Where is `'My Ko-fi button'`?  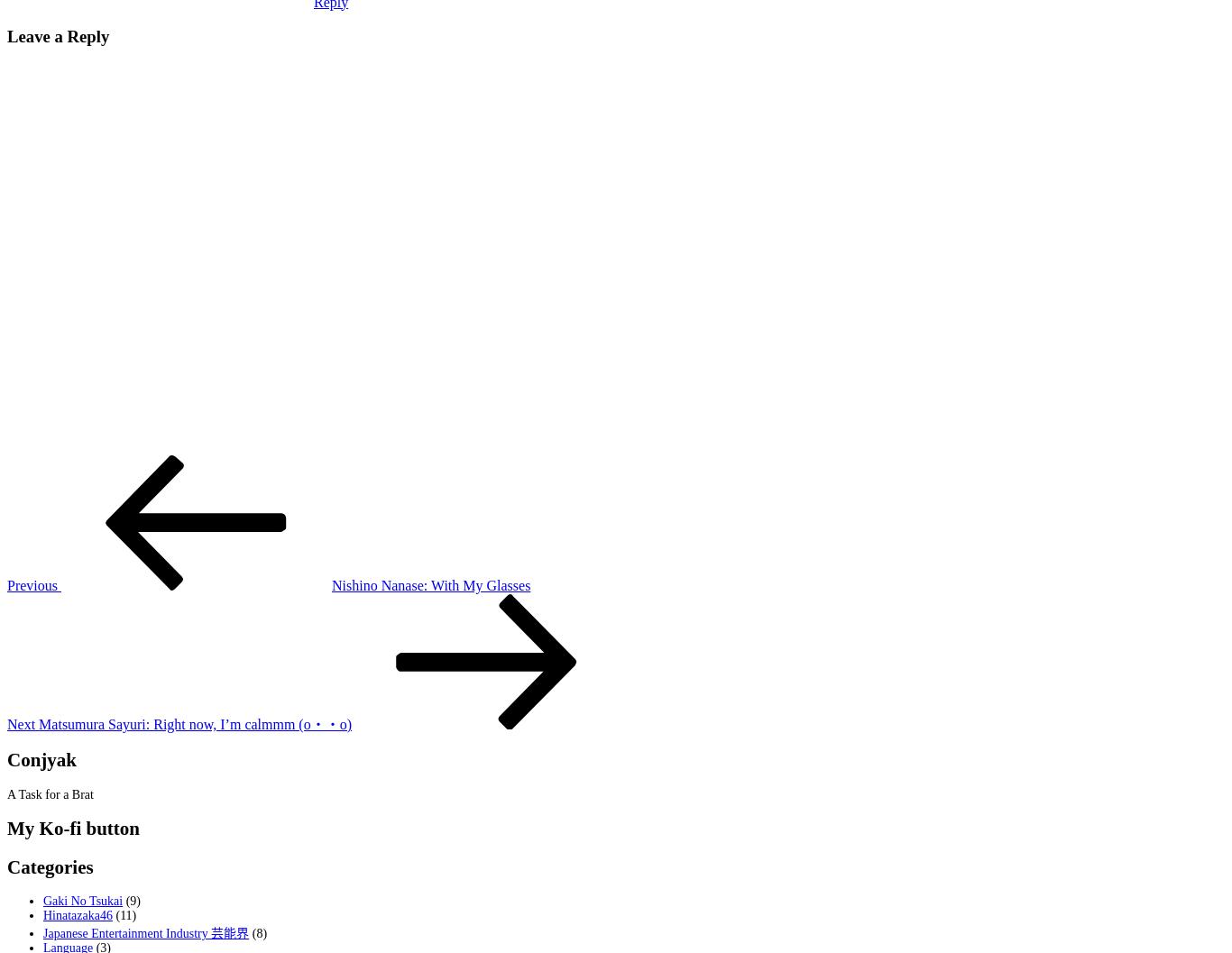 'My Ko-fi button' is located at coordinates (7, 828).